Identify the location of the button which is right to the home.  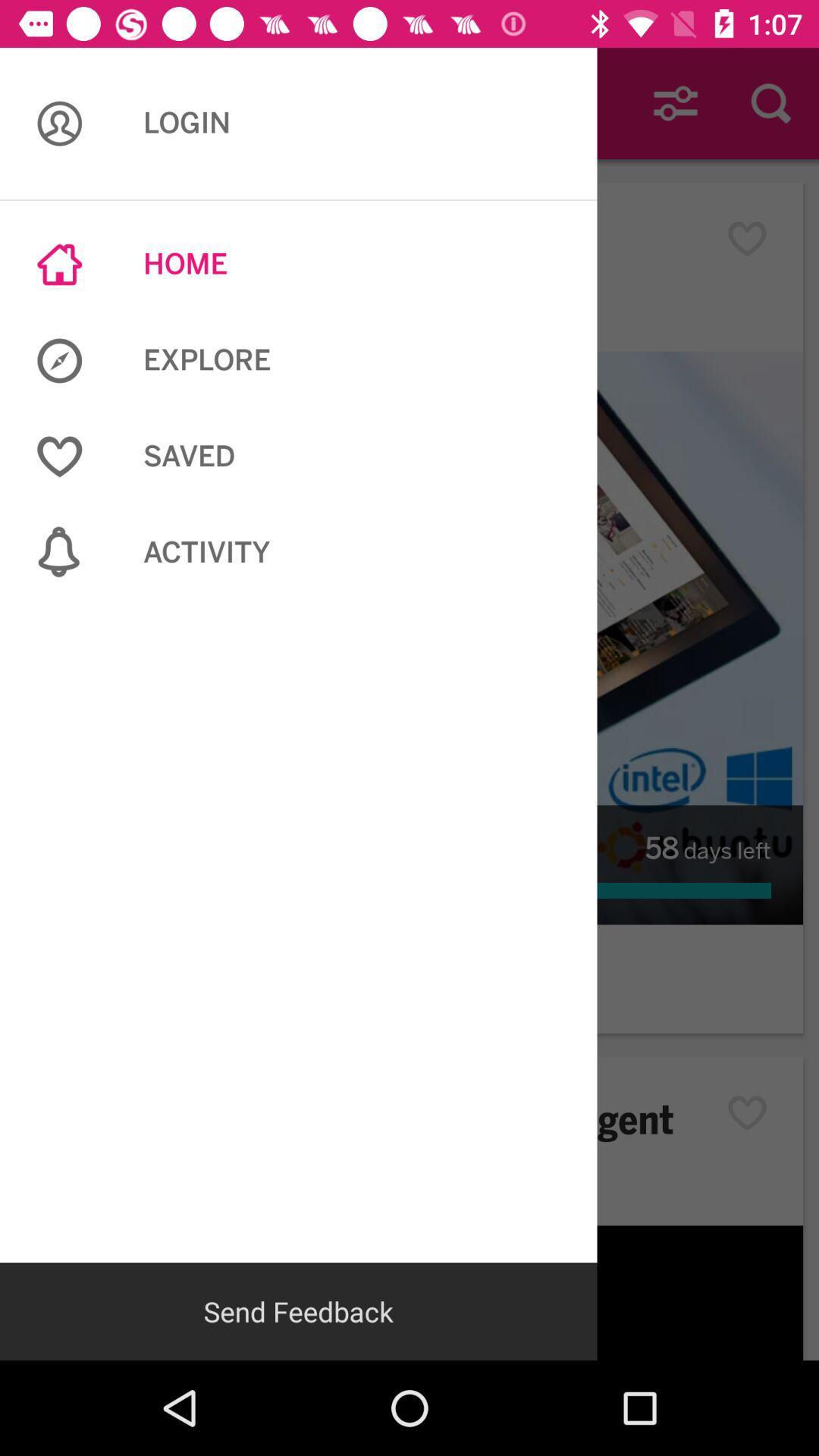
(755, 238).